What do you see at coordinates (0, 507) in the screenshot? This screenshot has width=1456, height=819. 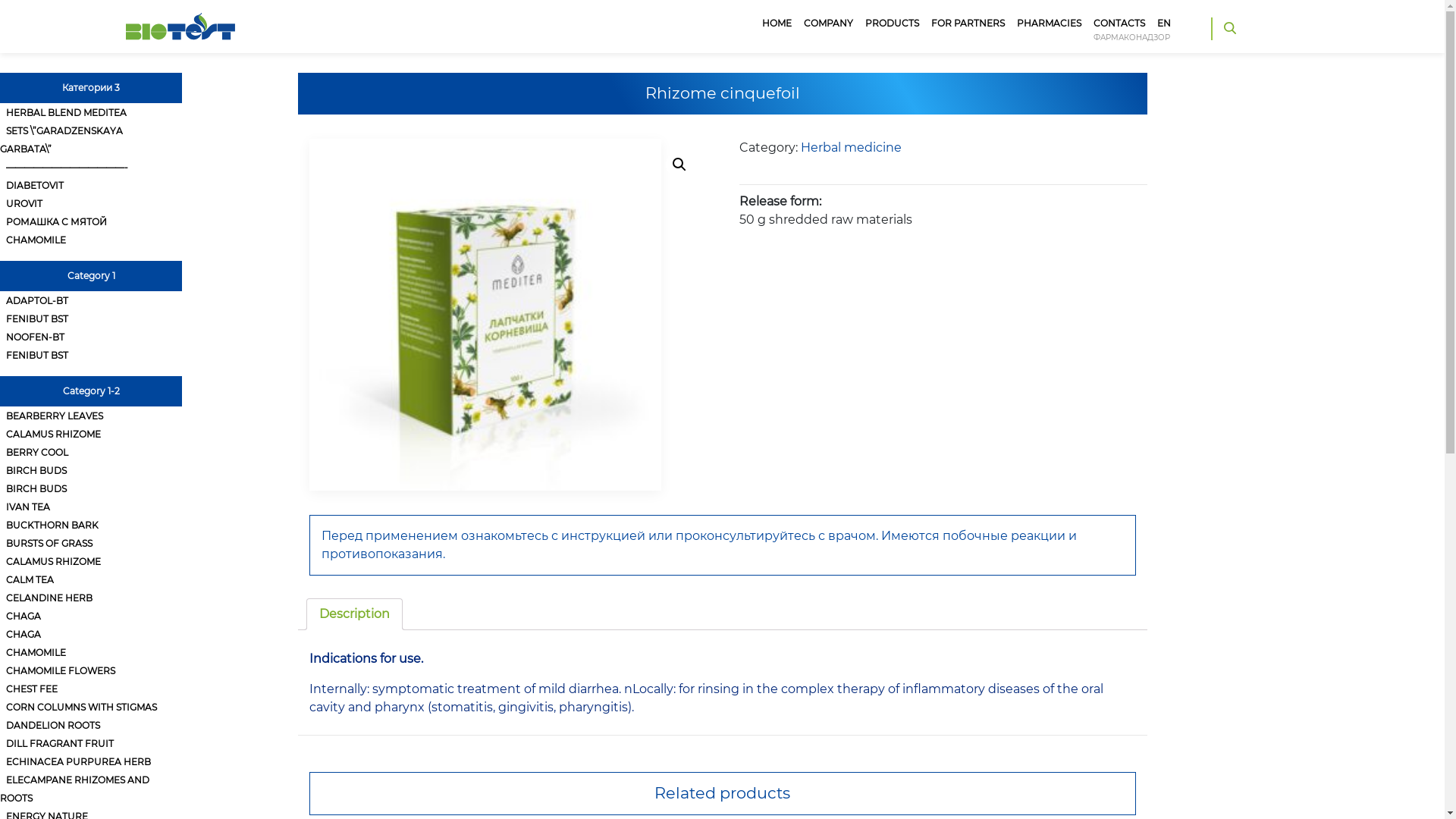 I see `'IVAN TEA'` at bounding box center [0, 507].